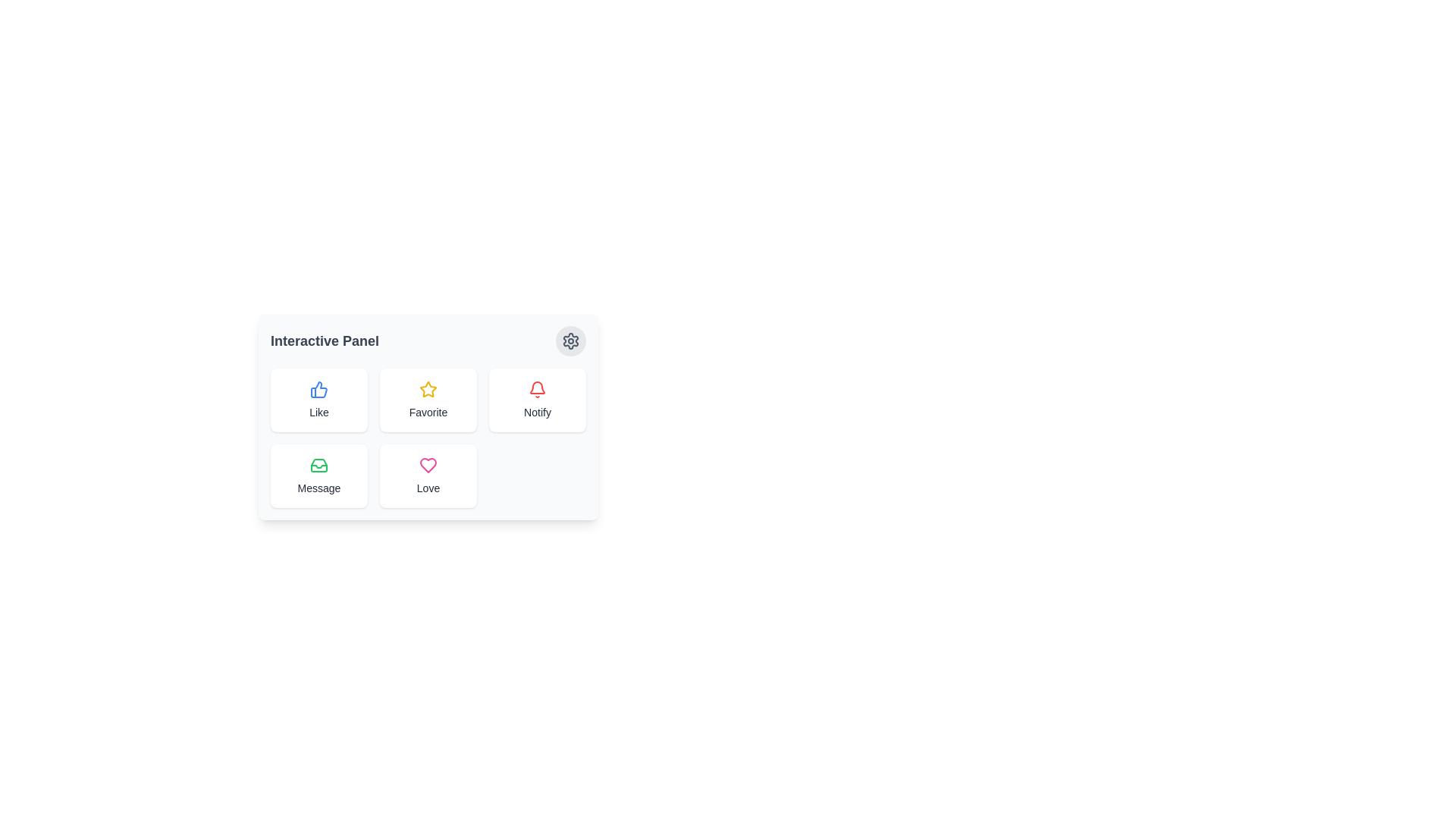  I want to click on the thumbs-up icon button located in the top-left corner of the 'Interactive Panel' section, so click(318, 388).